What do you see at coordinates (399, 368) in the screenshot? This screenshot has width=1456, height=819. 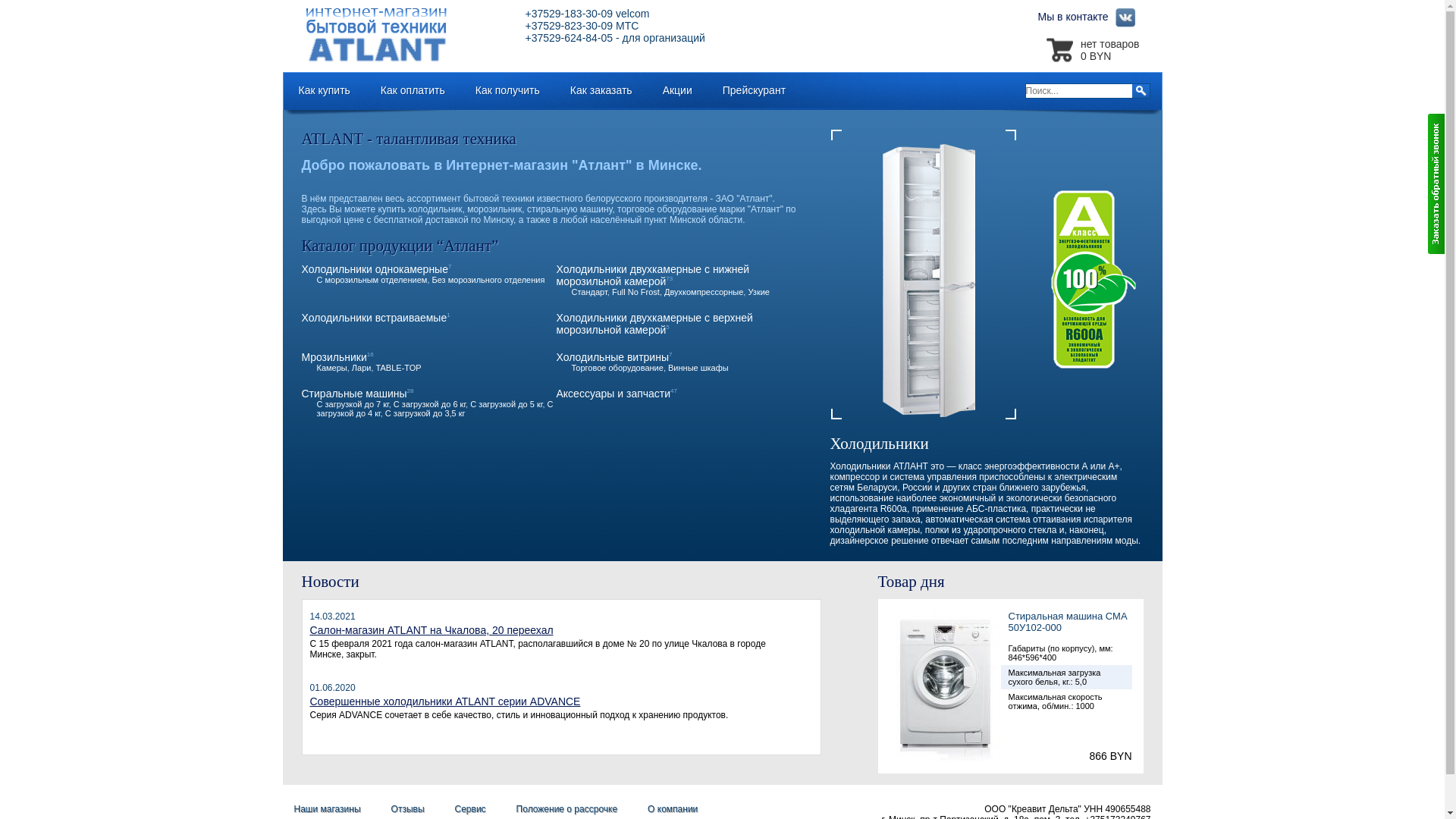 I see `'TABLE-TOP'` at bounding box center [399, 368].